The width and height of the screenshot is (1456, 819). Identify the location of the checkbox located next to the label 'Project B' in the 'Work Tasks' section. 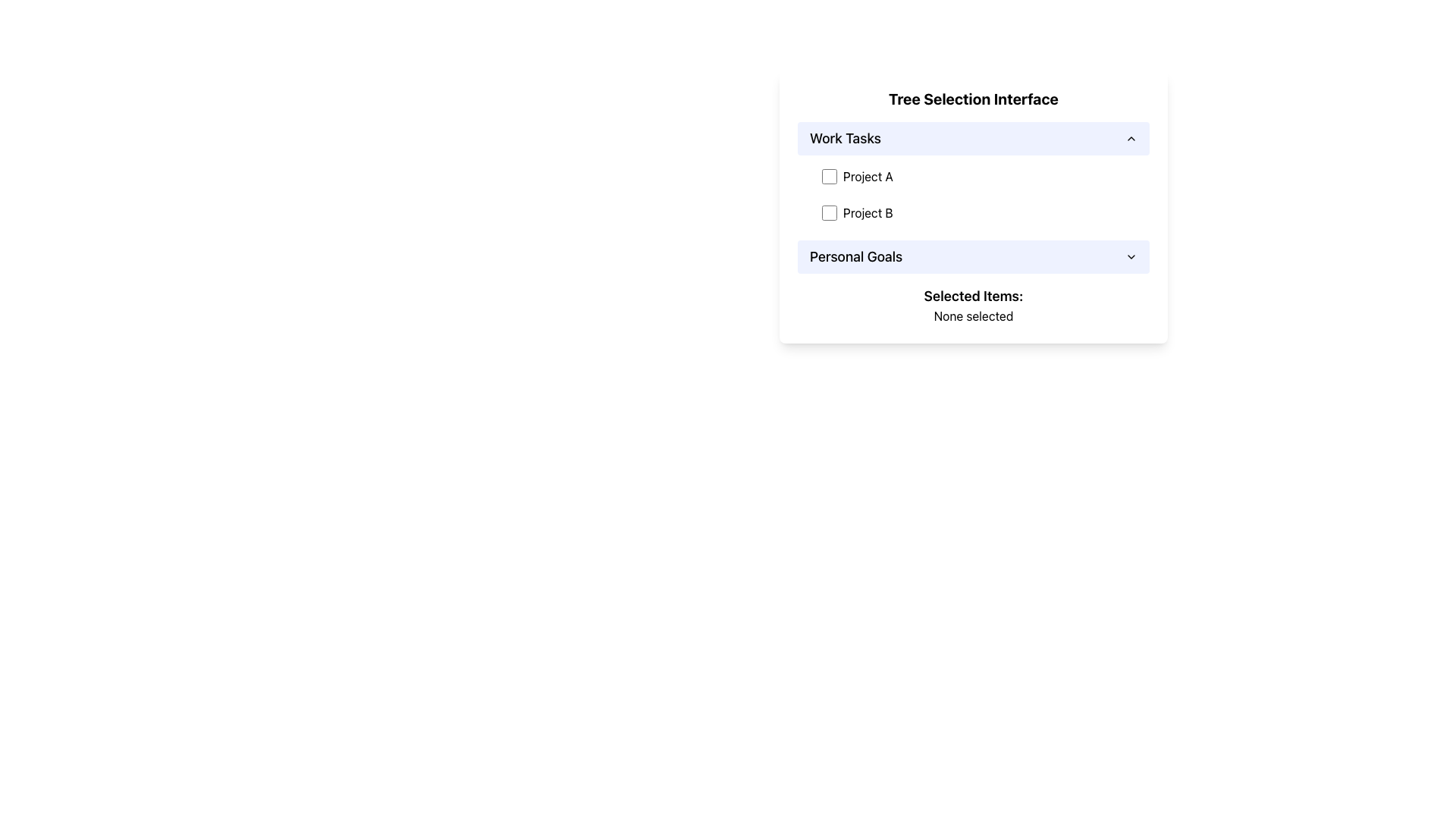
(829, 213).